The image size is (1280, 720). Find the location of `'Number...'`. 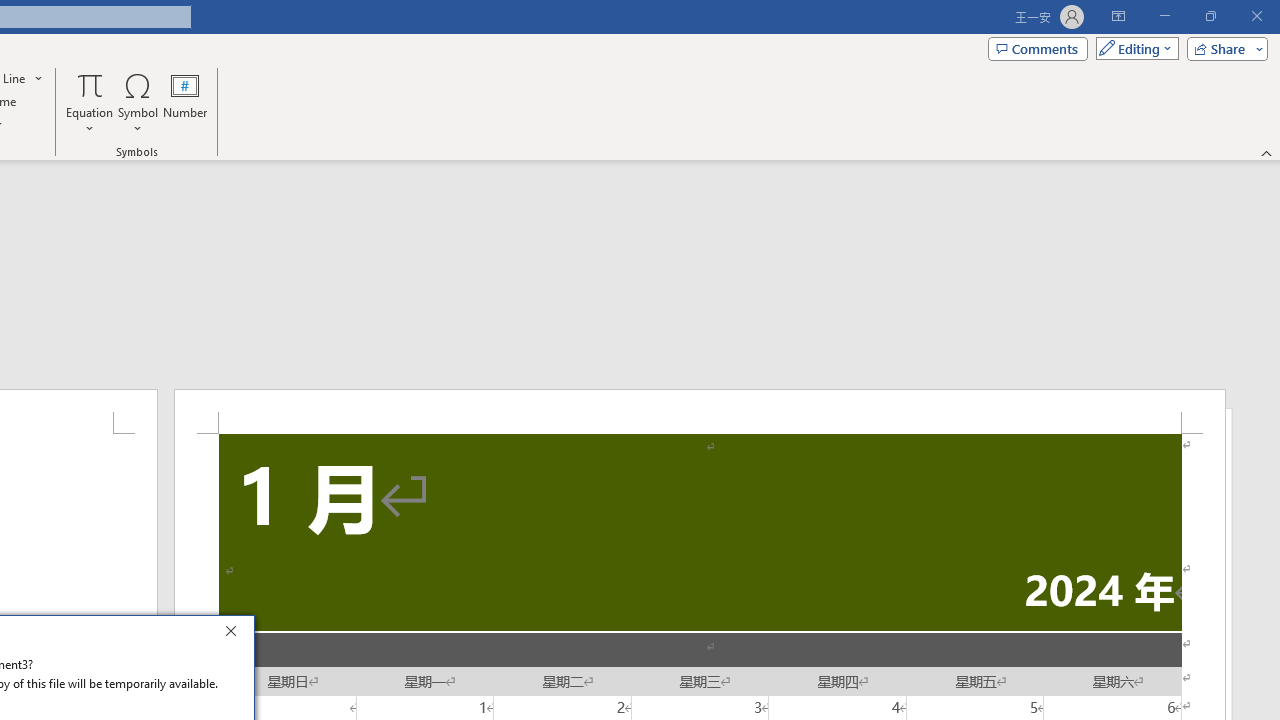

'Number...' is located at coordinates (185, 103).